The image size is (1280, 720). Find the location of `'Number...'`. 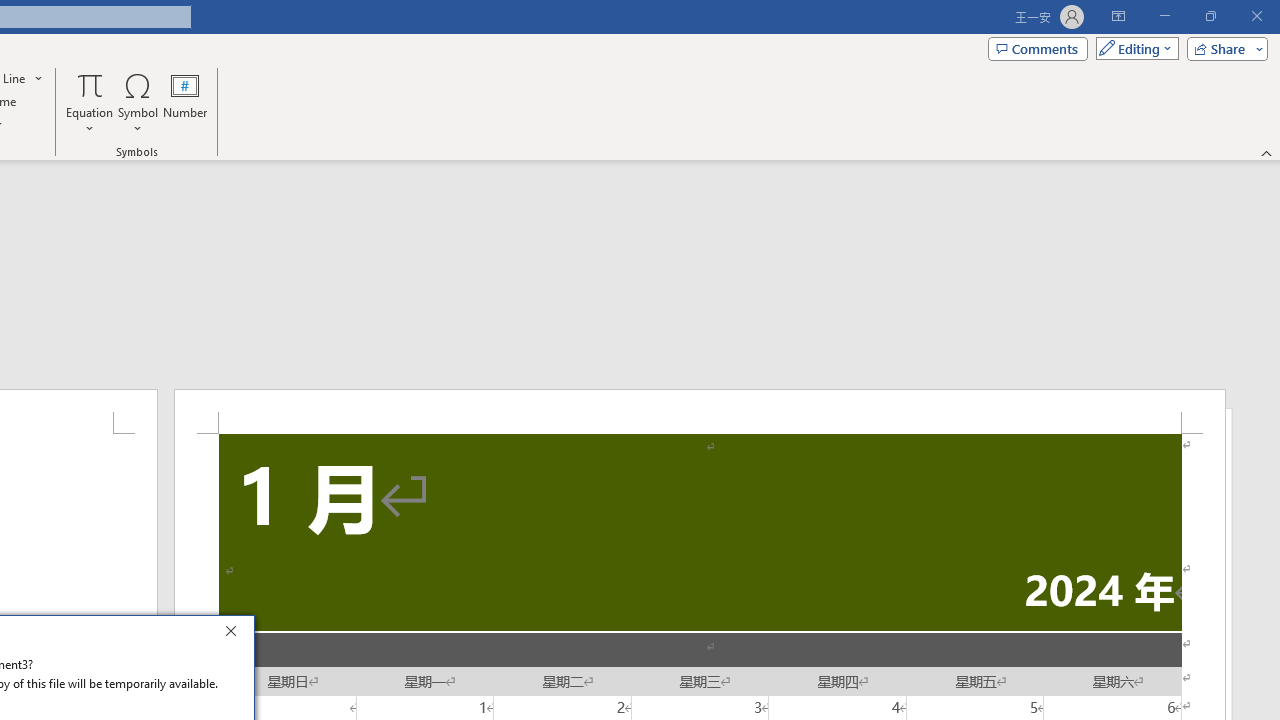

'Number...' is located at coordinates (185, 103).